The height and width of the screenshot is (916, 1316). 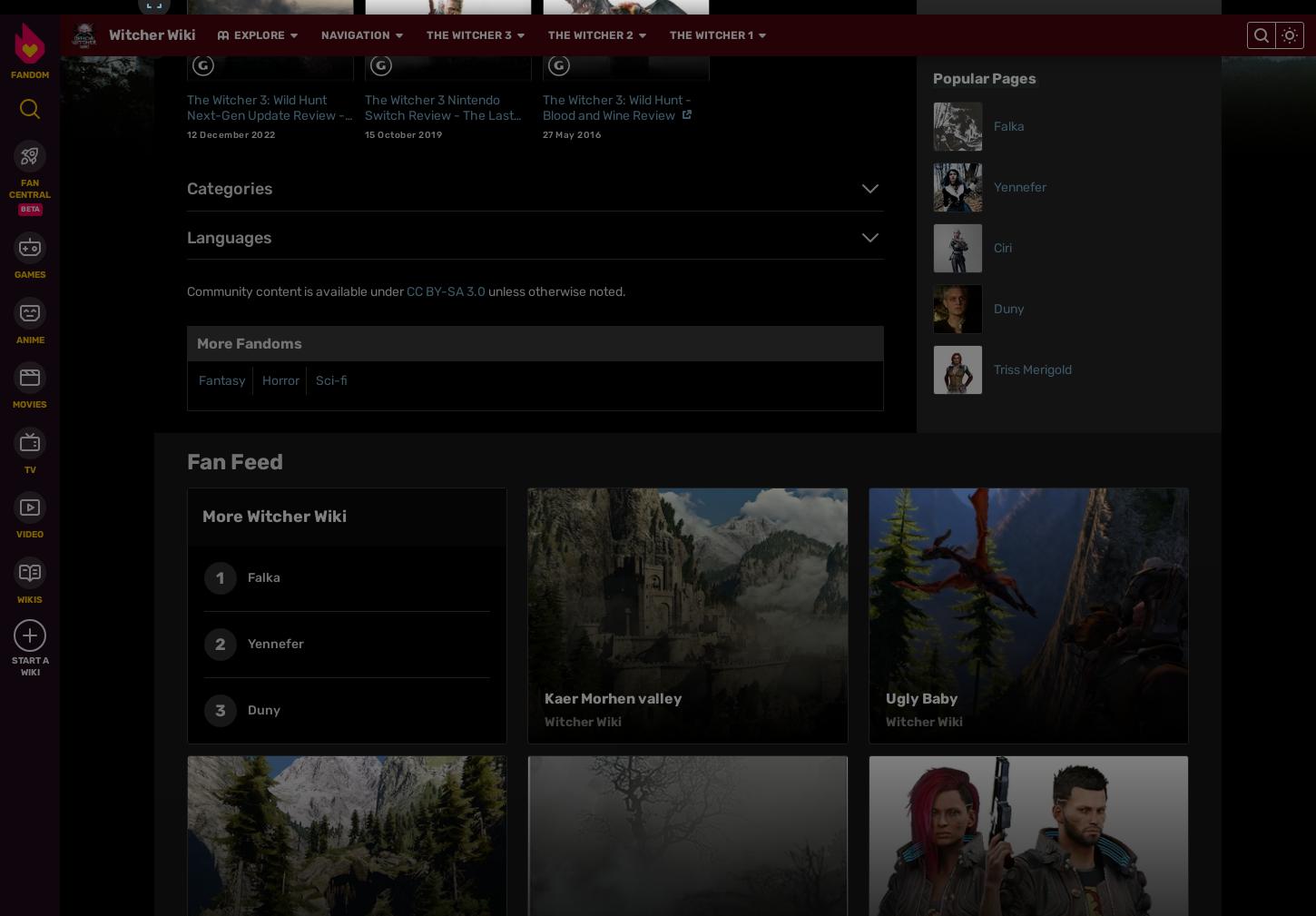 I want to click on 'Va Fail, Elaine', so click(x=545, y=302).